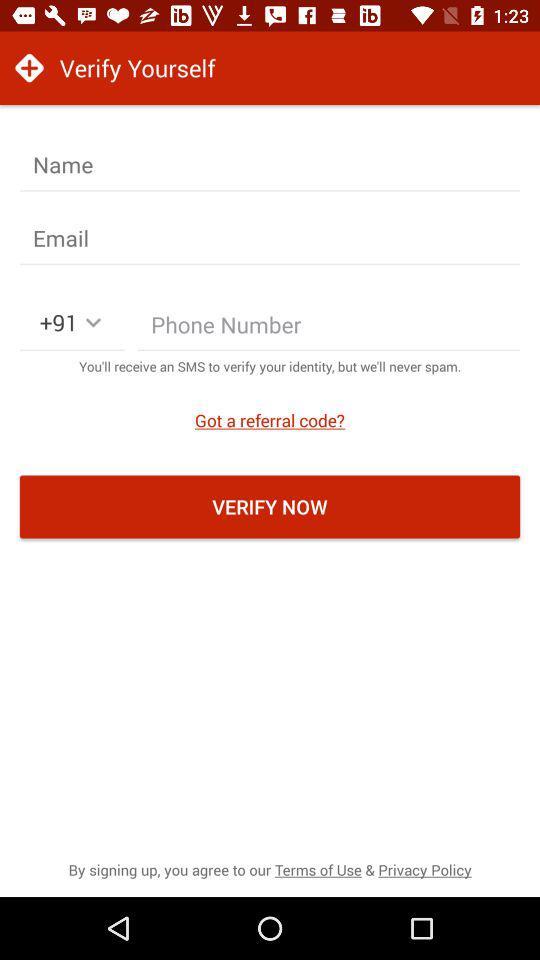 The image size is (540, 960). Describe the element at coordinates (270, 505) in the screenshot. I see `verify now icon` at that location.